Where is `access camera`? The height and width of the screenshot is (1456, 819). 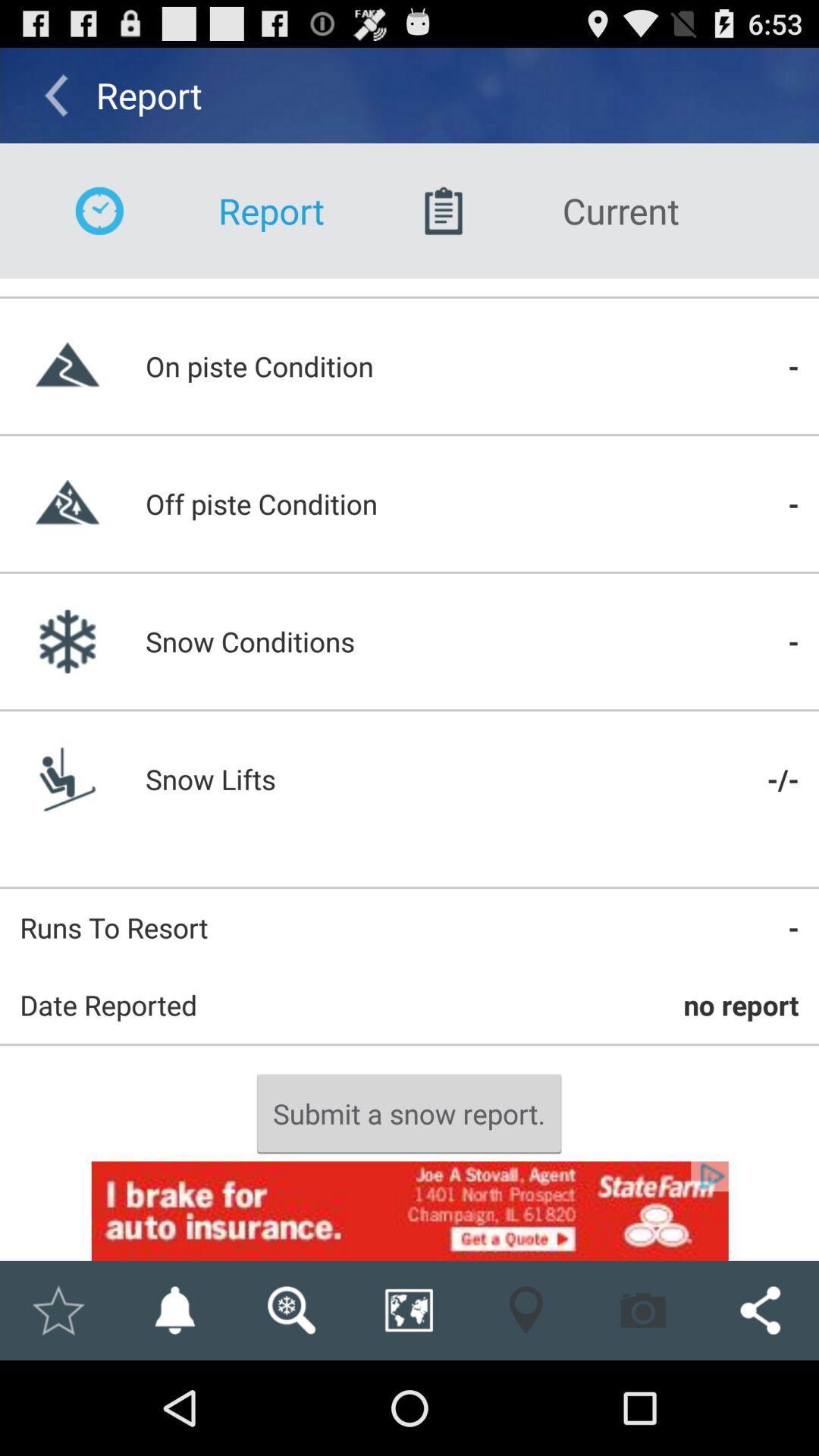 access camera is located at coordinates (643, 1310).